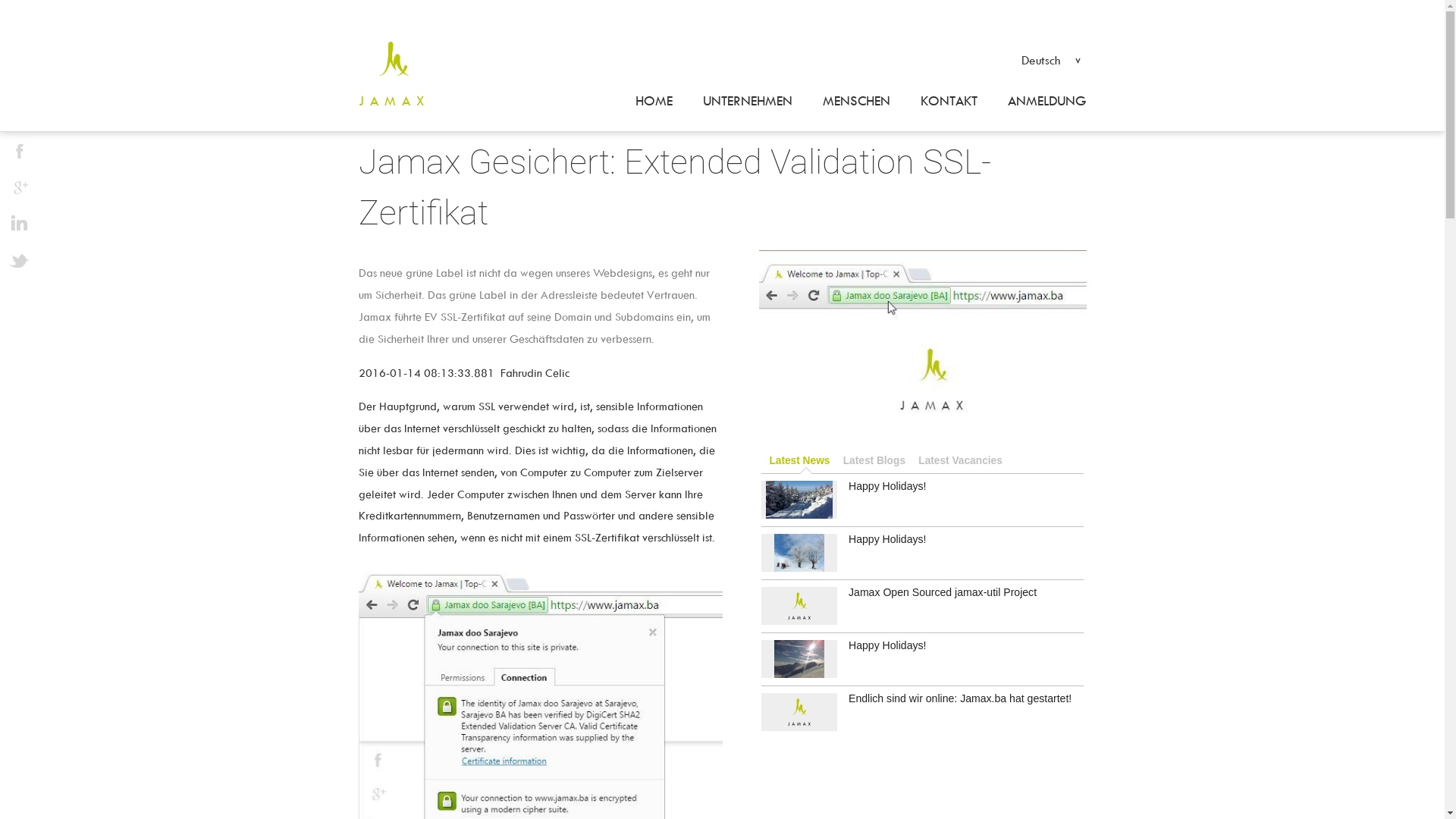 Image resolution: width=1456 pixels, height=819 pixels. I want to click on 'MENSCHEN', so click(855, 101).